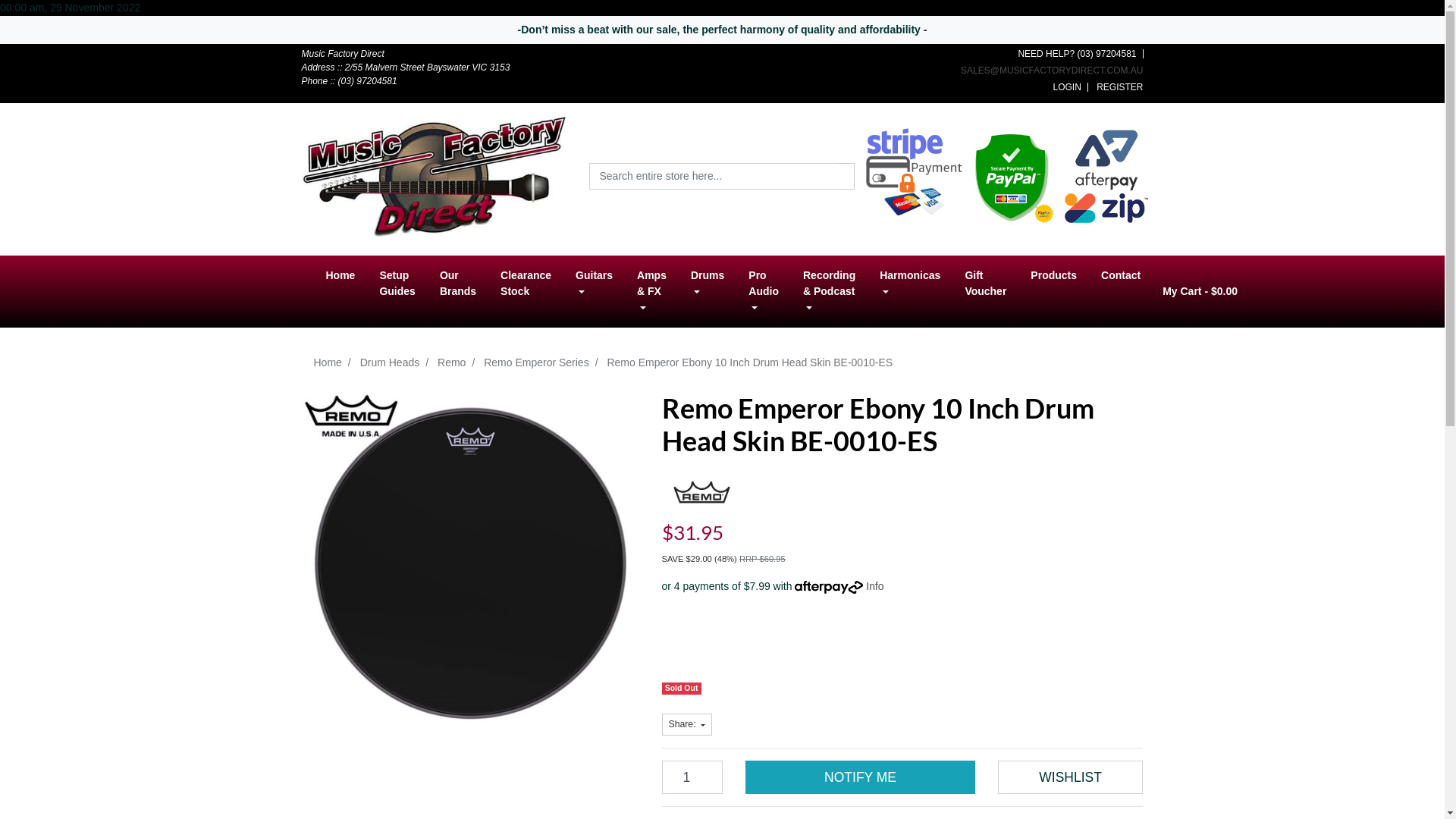 The height and width of the screenshot is (819, 1456). What do you see at coordinates (910, 284) in the screenshot?
I see `'Harmonicas'` at bounding box center [910, 284].